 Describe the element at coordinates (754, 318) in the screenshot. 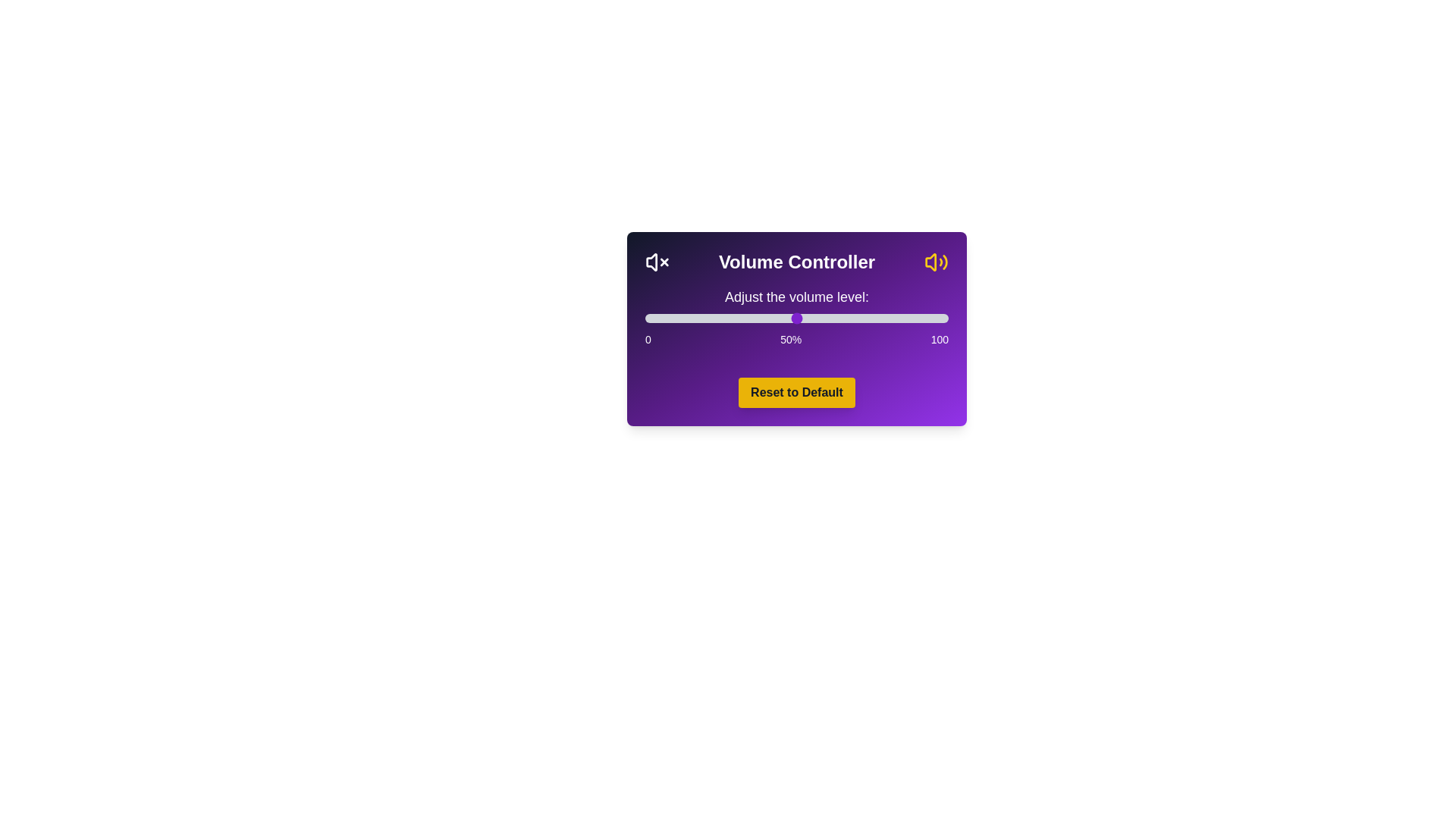

I see `the volume slider to set the volume to 36%` at that location.